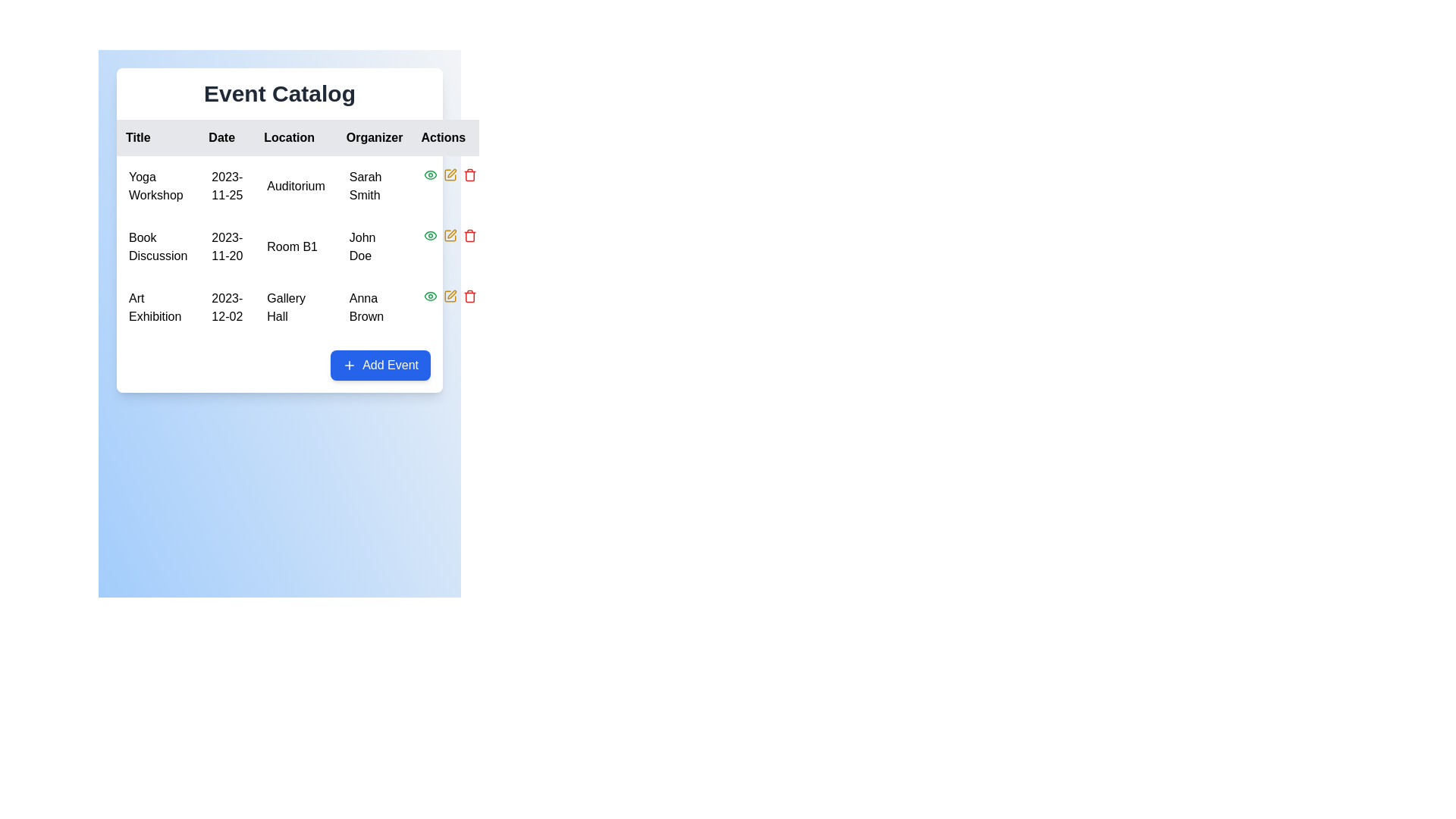 This screenshot has width=1456, height=819. What do you see at coordinates (429, 174) in the screenshot?
I see `the eye icon button in the 'Actions' column of the second row of the data grid` at bounding box center [429, 174].